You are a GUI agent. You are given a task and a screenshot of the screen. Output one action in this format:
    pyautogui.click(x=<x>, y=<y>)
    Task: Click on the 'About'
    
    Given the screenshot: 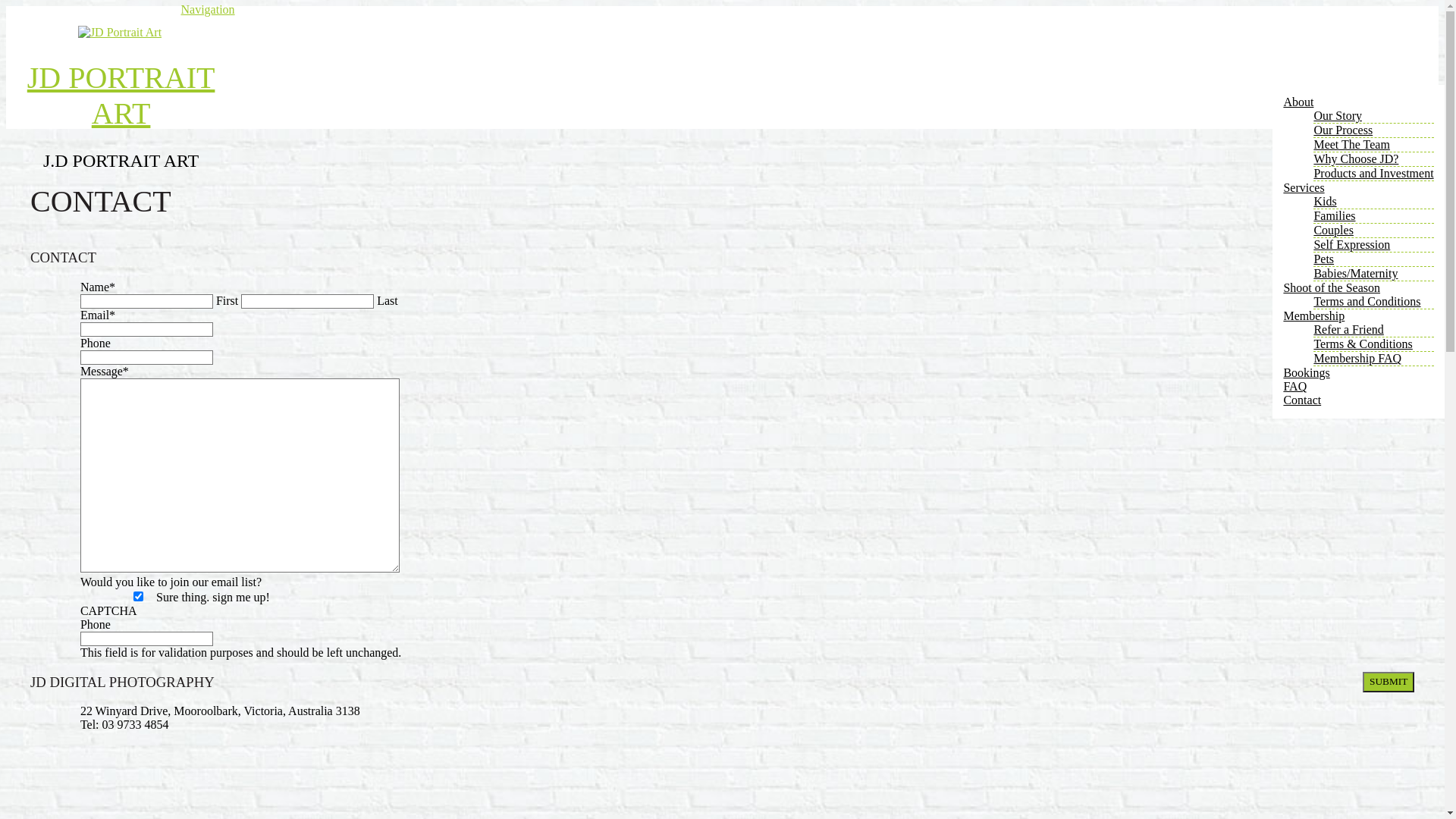 What is the action you would take?
    pyautogui.click(x=1282, y=102)
    